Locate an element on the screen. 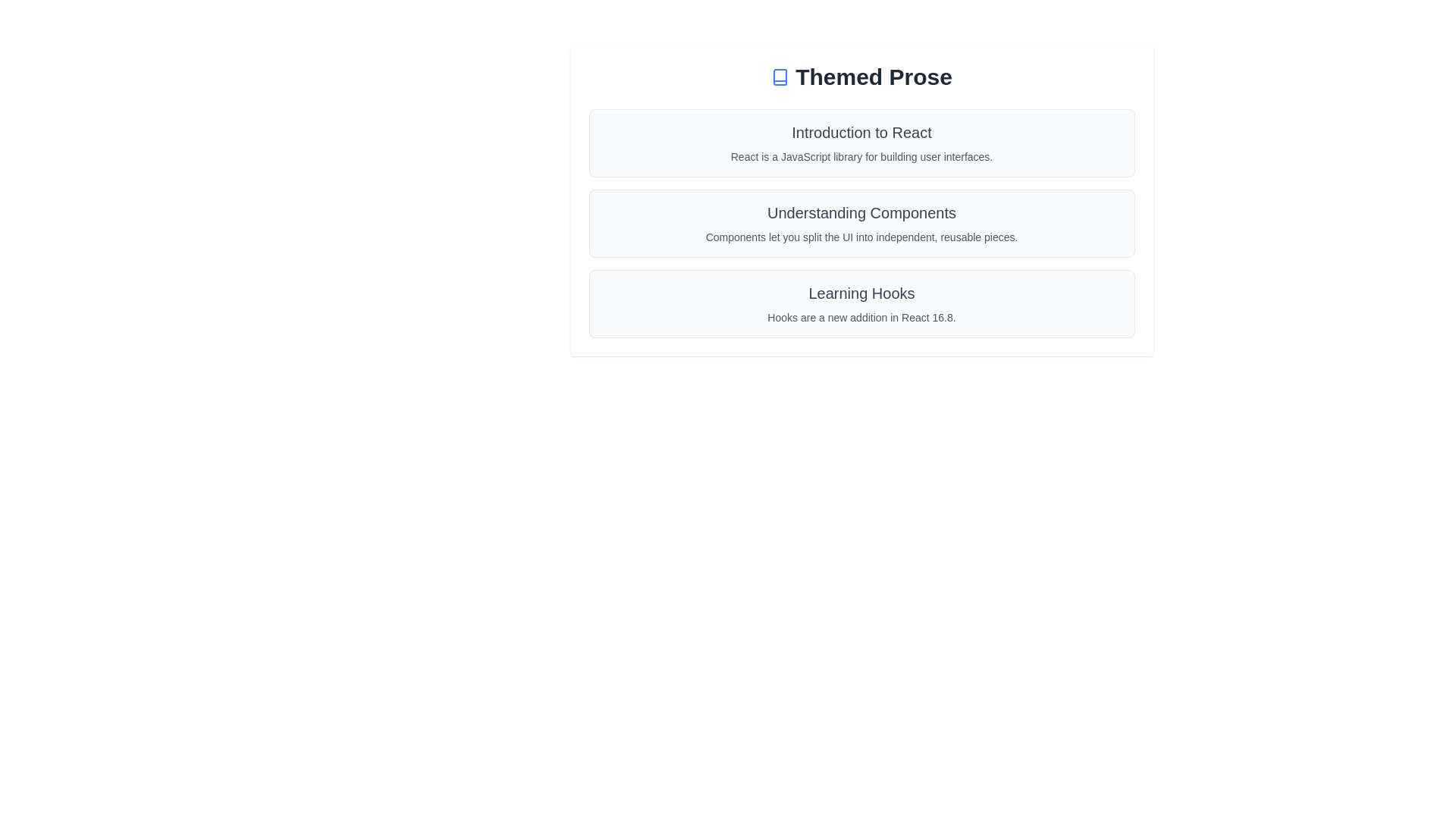 This screenshot has height=819, width=1456. the text block that provides additional information related to the title 'Understanding Components' is located at coordinates (861, 237).